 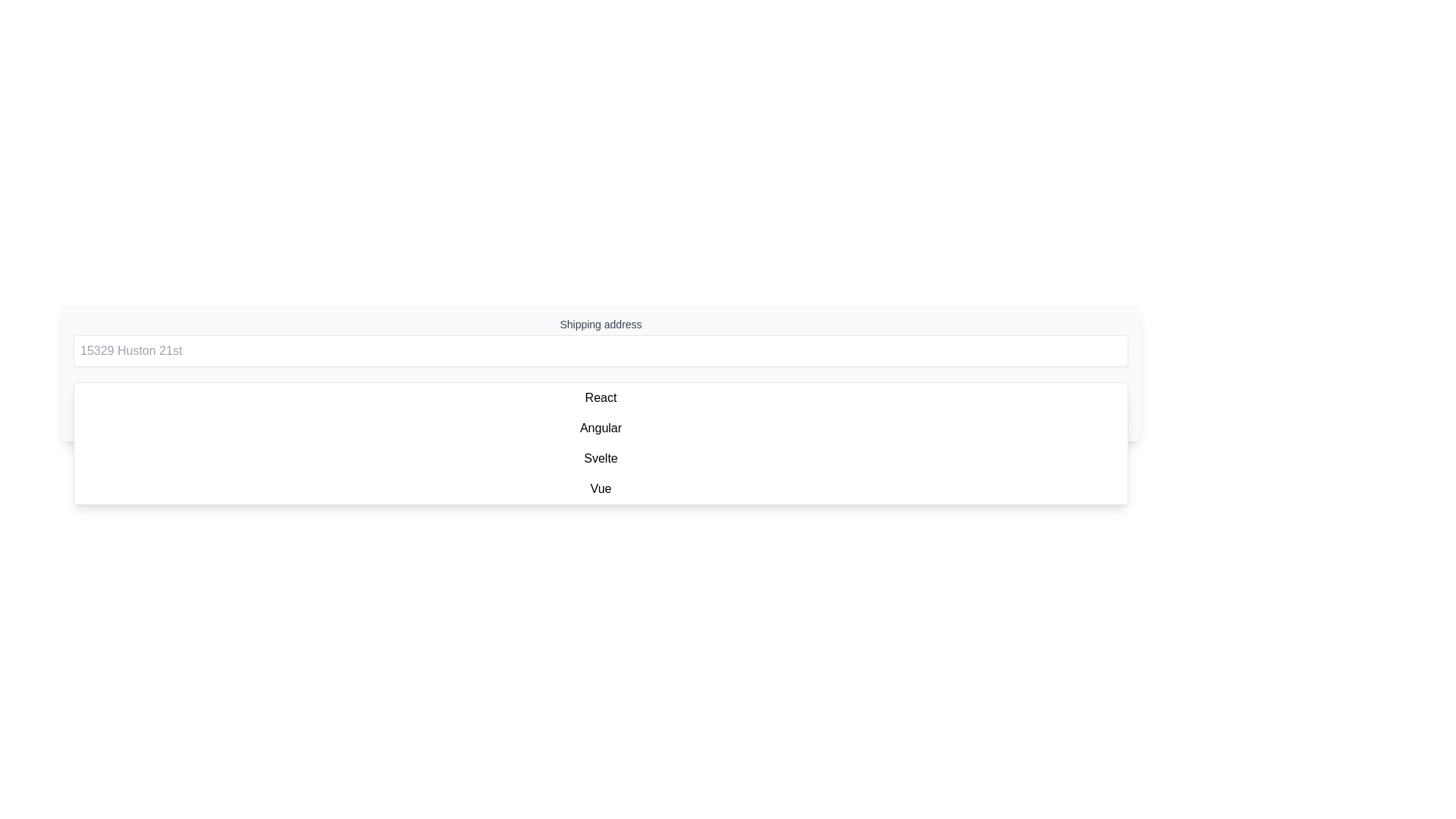 What do you see at coordinates (600, 428) in the screenshot?
I see `the 'Angular' option in the dropdown menu, which is the second item in the list located below 'React' and above 'Svelte'` at bounding box center [600, 428].